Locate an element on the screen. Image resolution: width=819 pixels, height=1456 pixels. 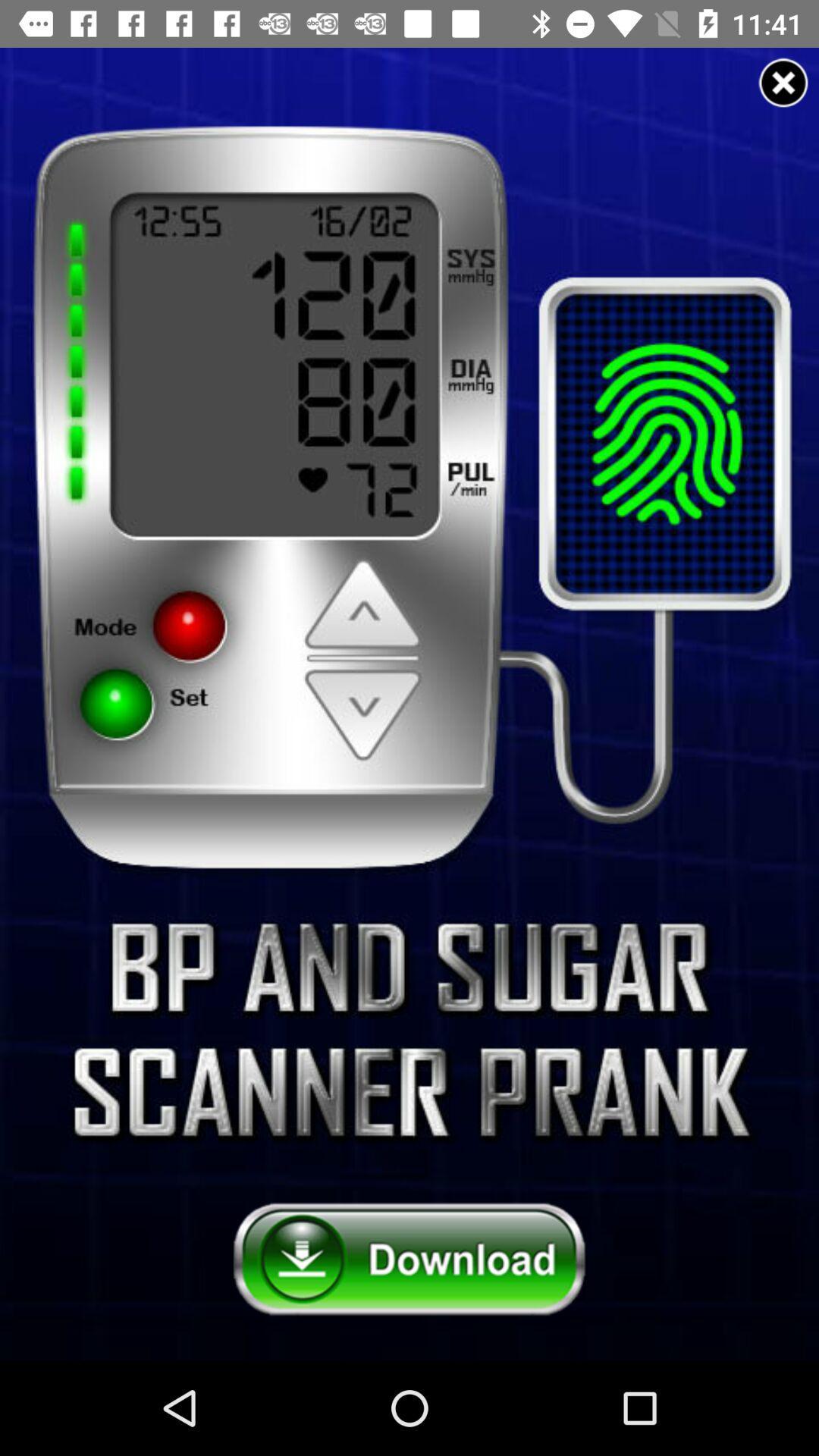
advertisement is located at coordinates (783, 82).